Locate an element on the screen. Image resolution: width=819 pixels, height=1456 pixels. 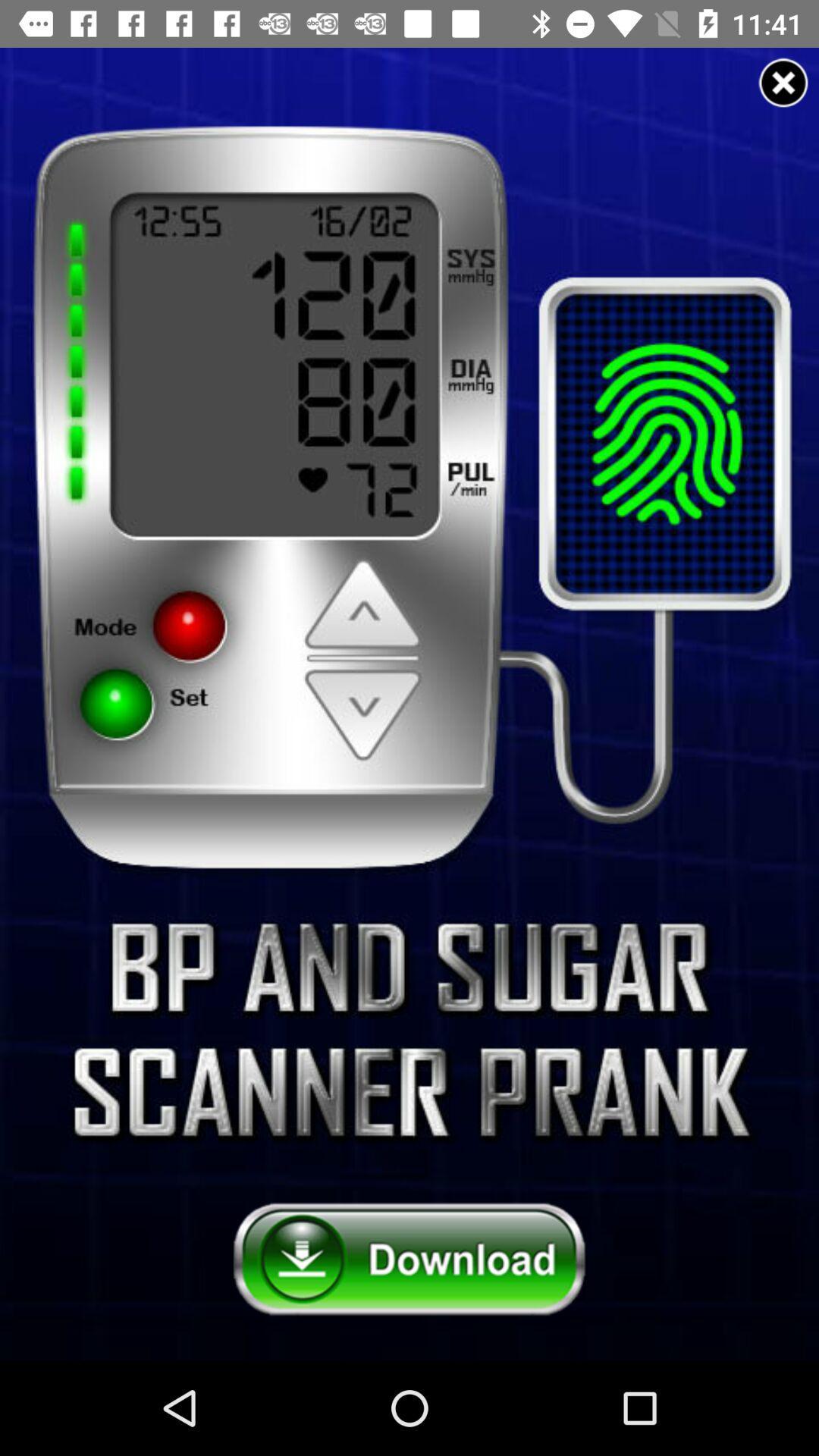
advertisement is located at coordinates (783, 82).